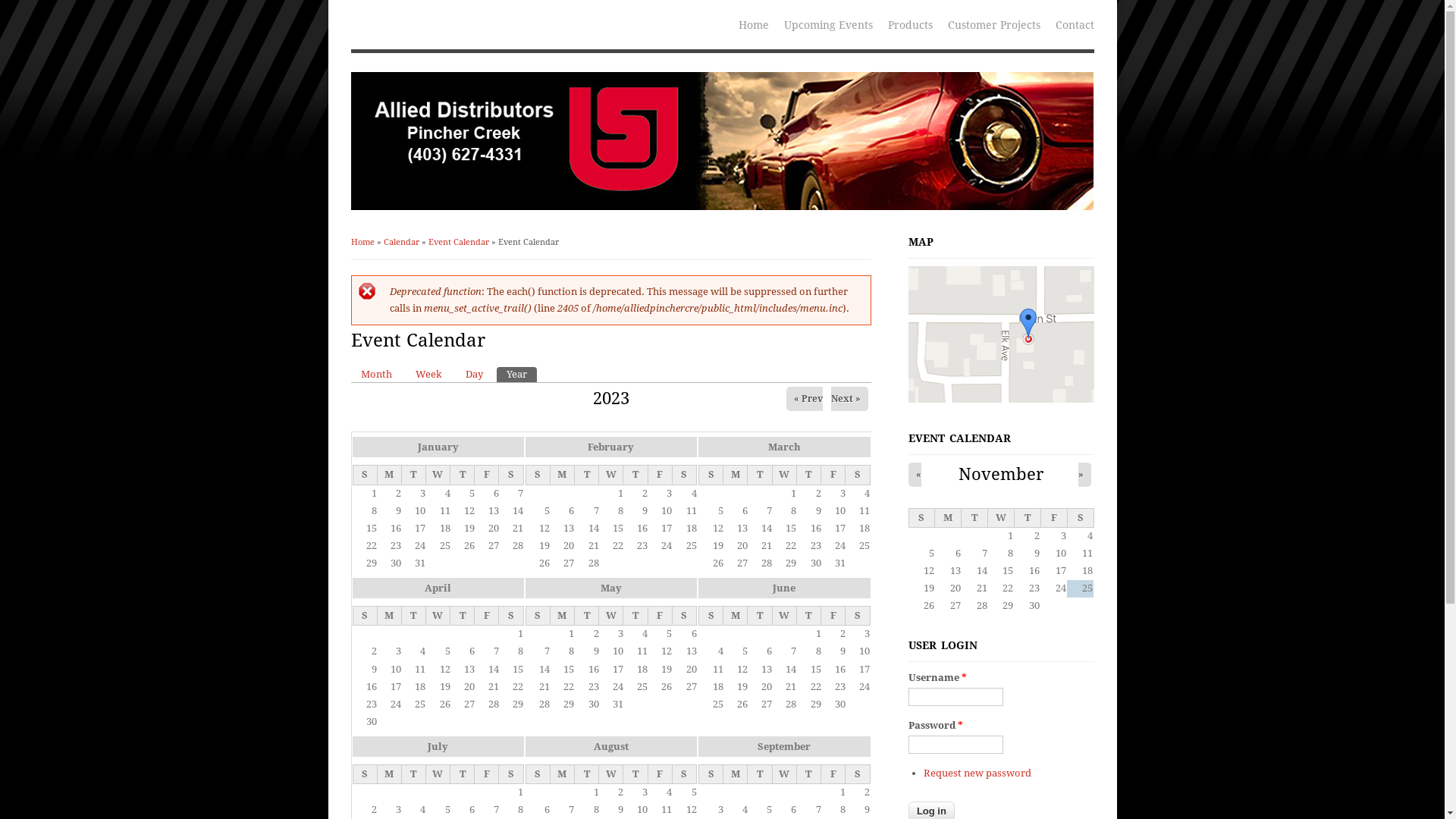 The height and width of the screenshot is (819, 1456). Describe the element at coordinates (472, 374) in the screenshot. I see `'Day'` at that location.